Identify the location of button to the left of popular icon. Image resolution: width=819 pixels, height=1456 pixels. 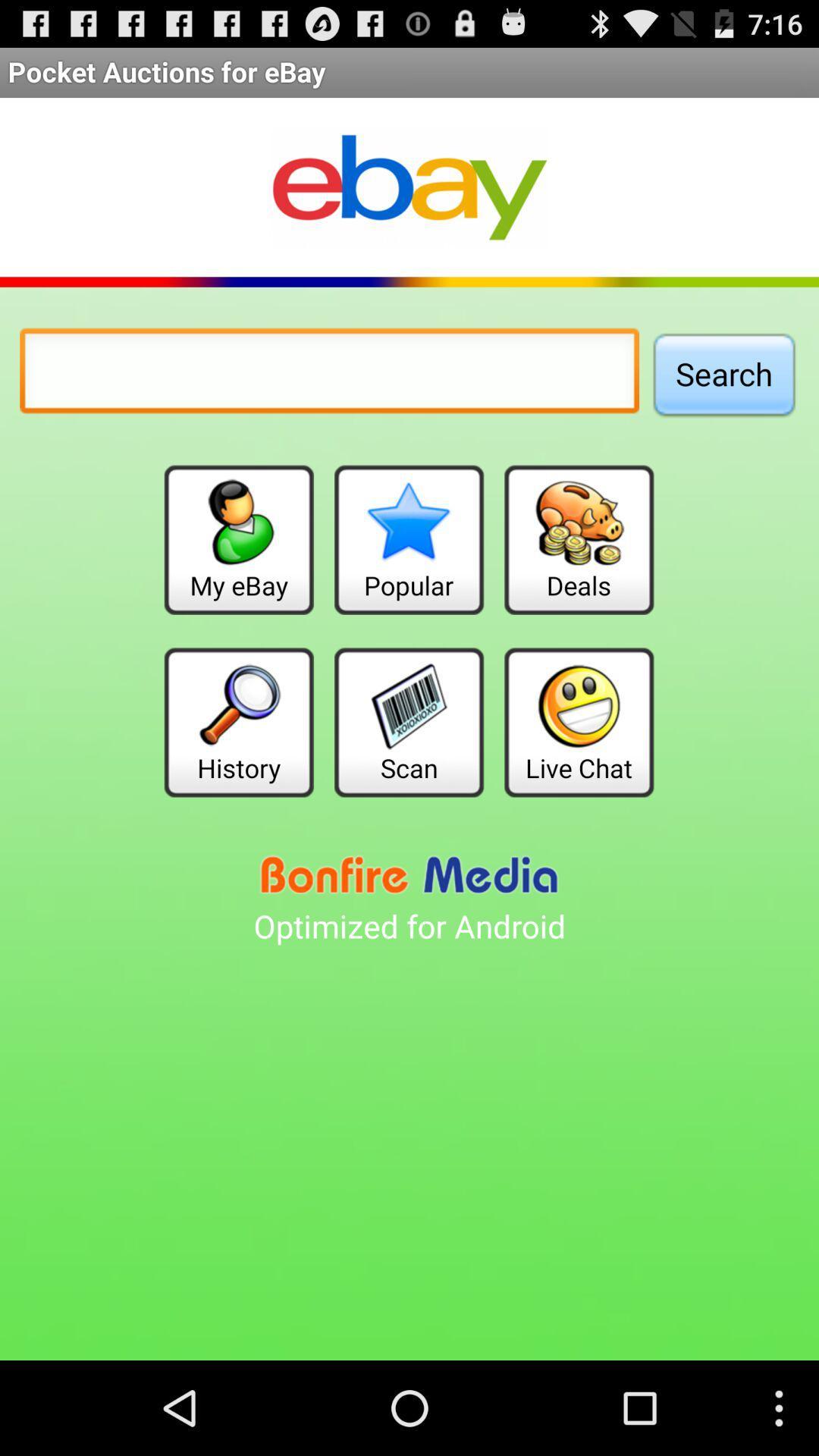
(239, 540).